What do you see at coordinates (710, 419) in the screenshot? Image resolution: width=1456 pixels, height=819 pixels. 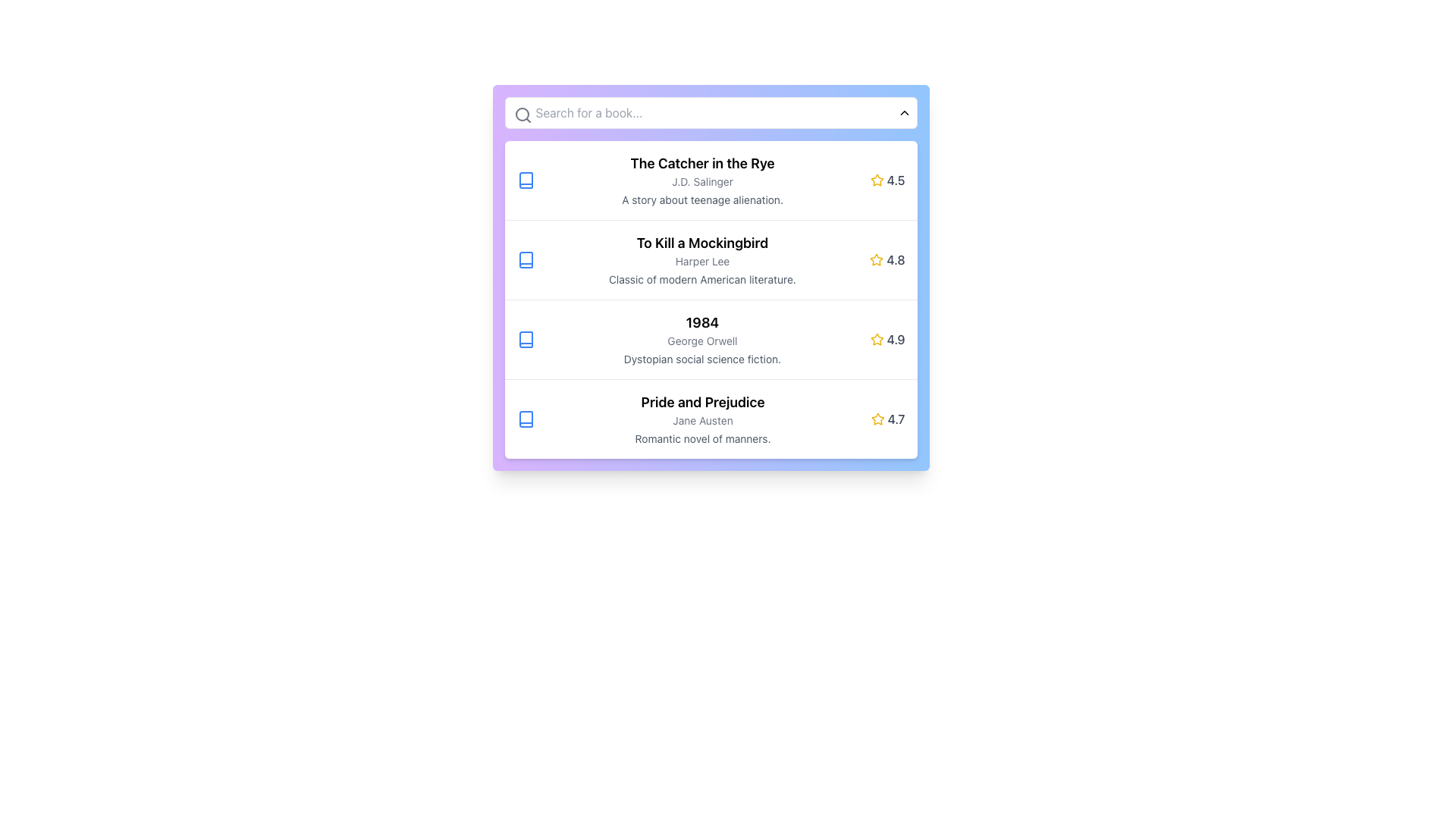 I see `the fourth list item entry representing a book summary` at bounding box center [710, 419].